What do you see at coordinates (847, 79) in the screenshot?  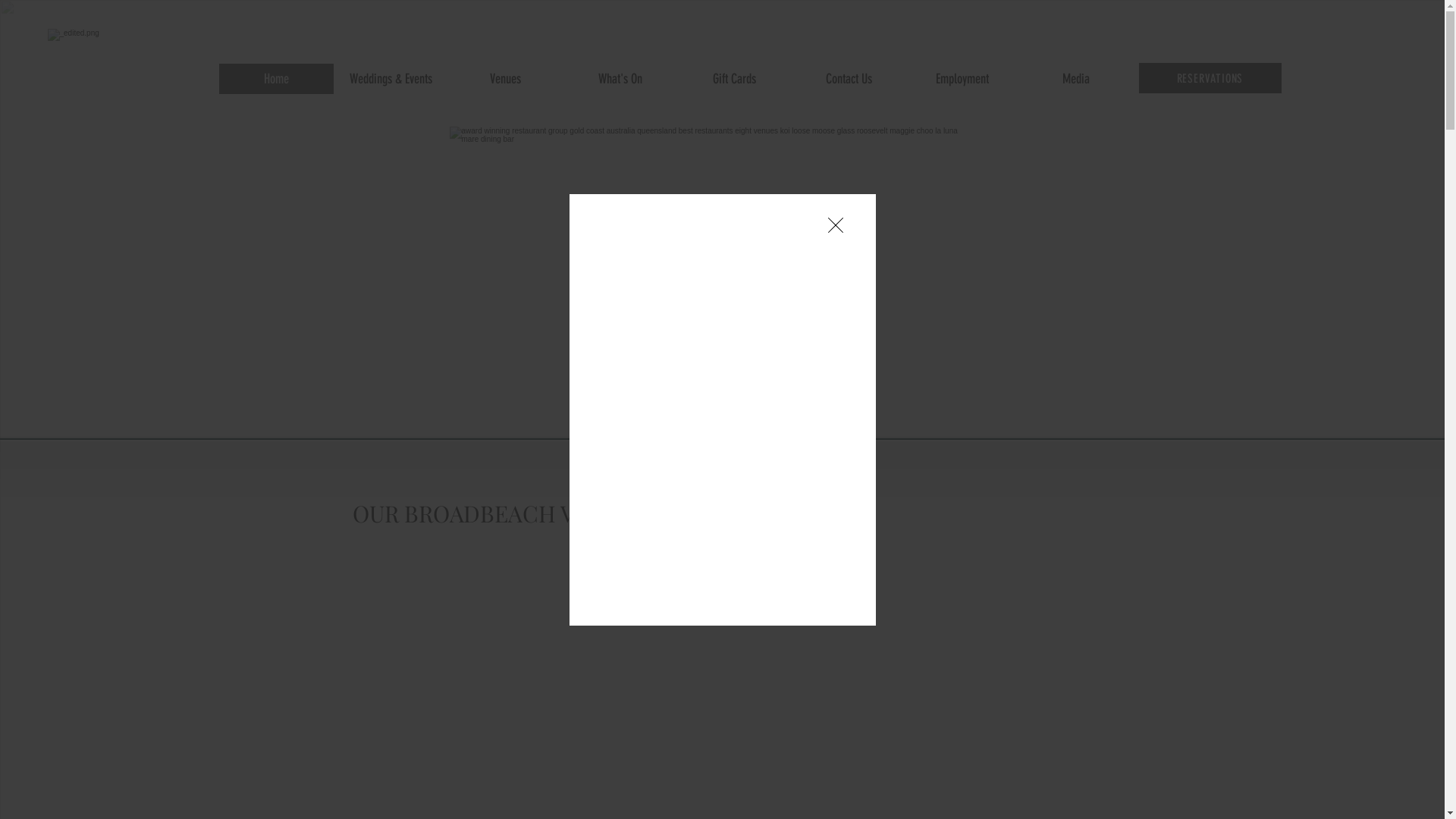 I see `'Contact Us'` at bounding box center [847, 79].